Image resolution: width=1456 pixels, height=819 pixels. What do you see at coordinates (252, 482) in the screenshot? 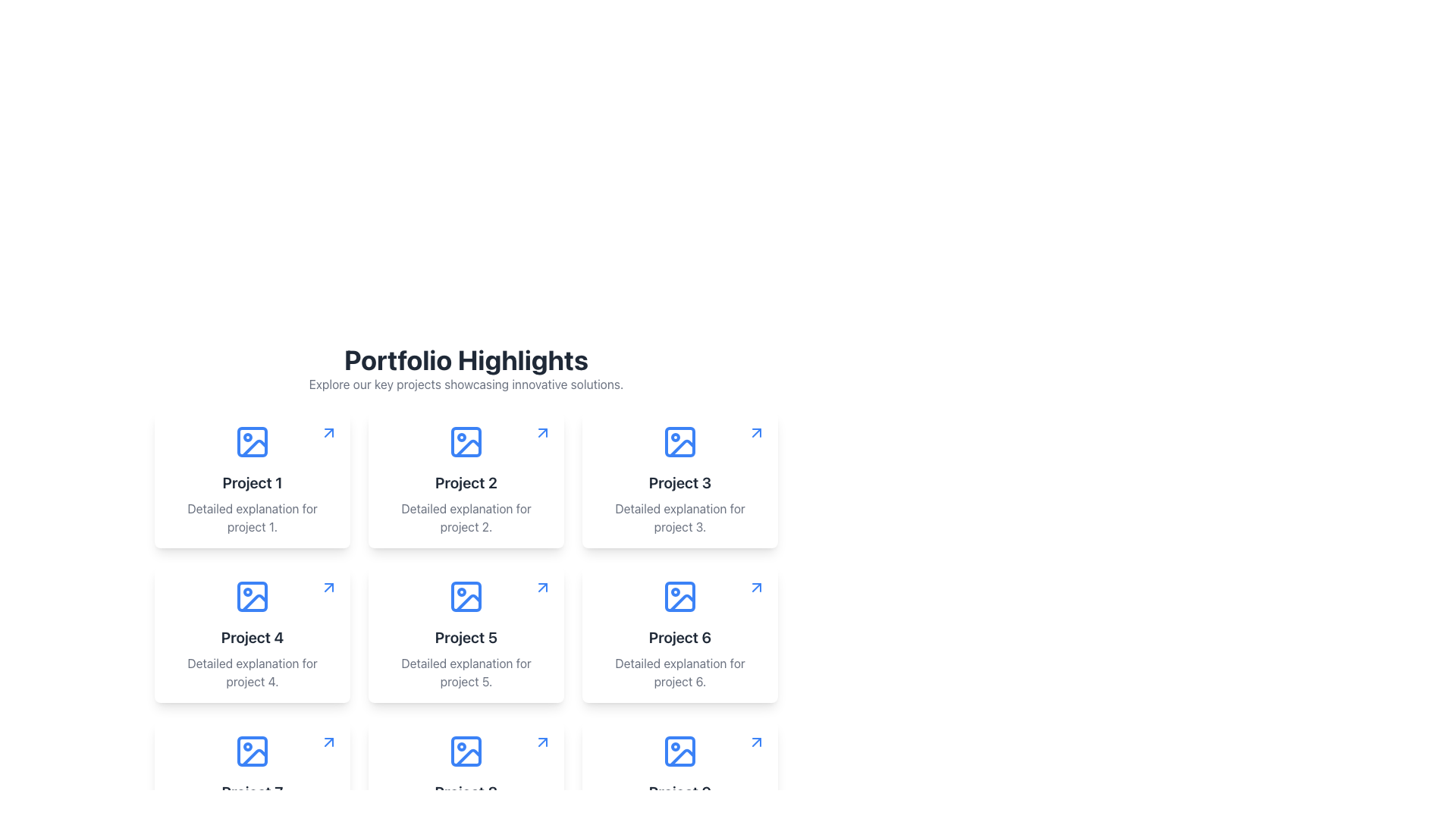
I see `the text label that displays the title of the project within the first card of the grid layout, positioned below an icon and above descriptive text` at bounding box center [252, 482].